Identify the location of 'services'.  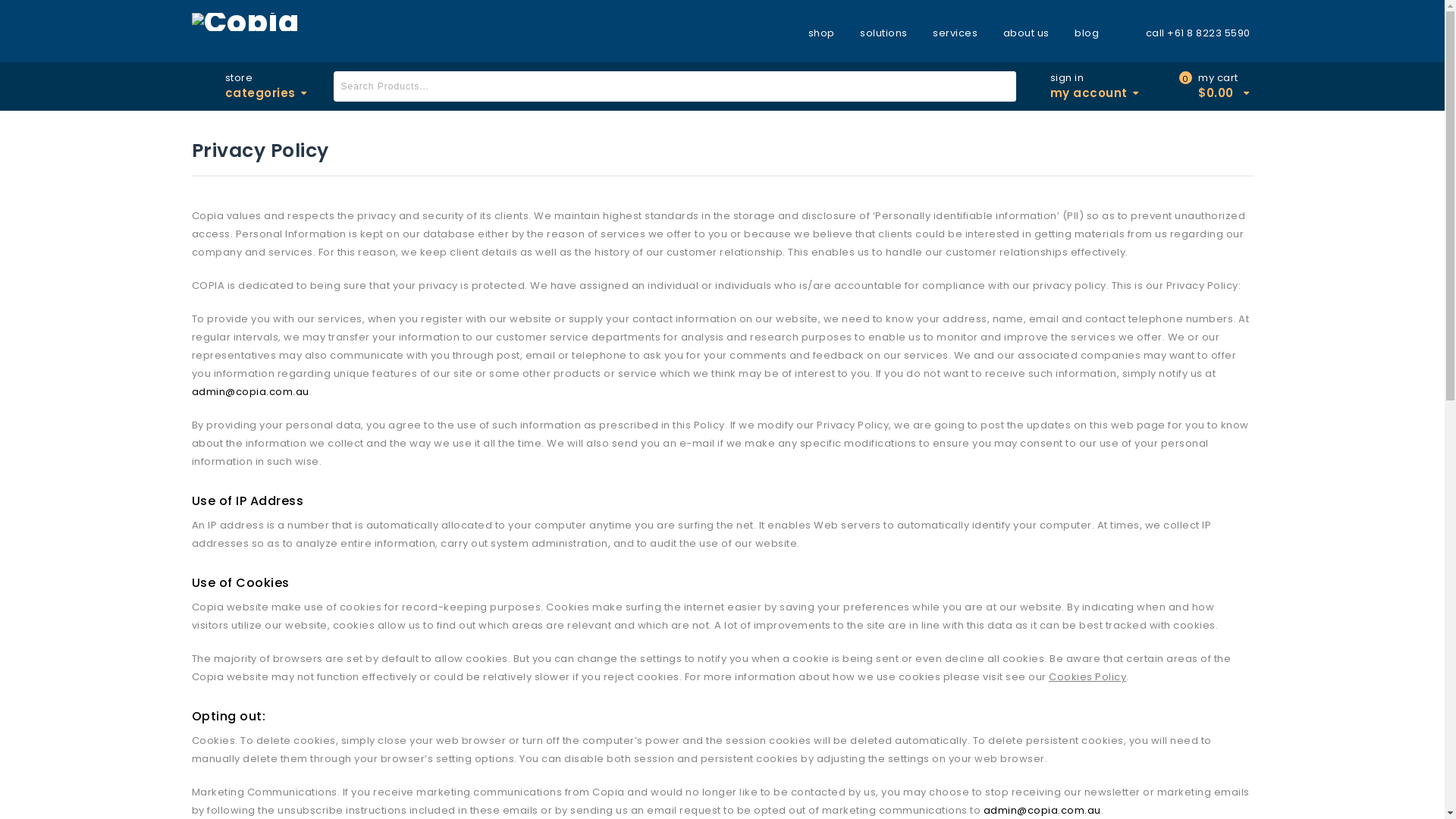
(954, 32).